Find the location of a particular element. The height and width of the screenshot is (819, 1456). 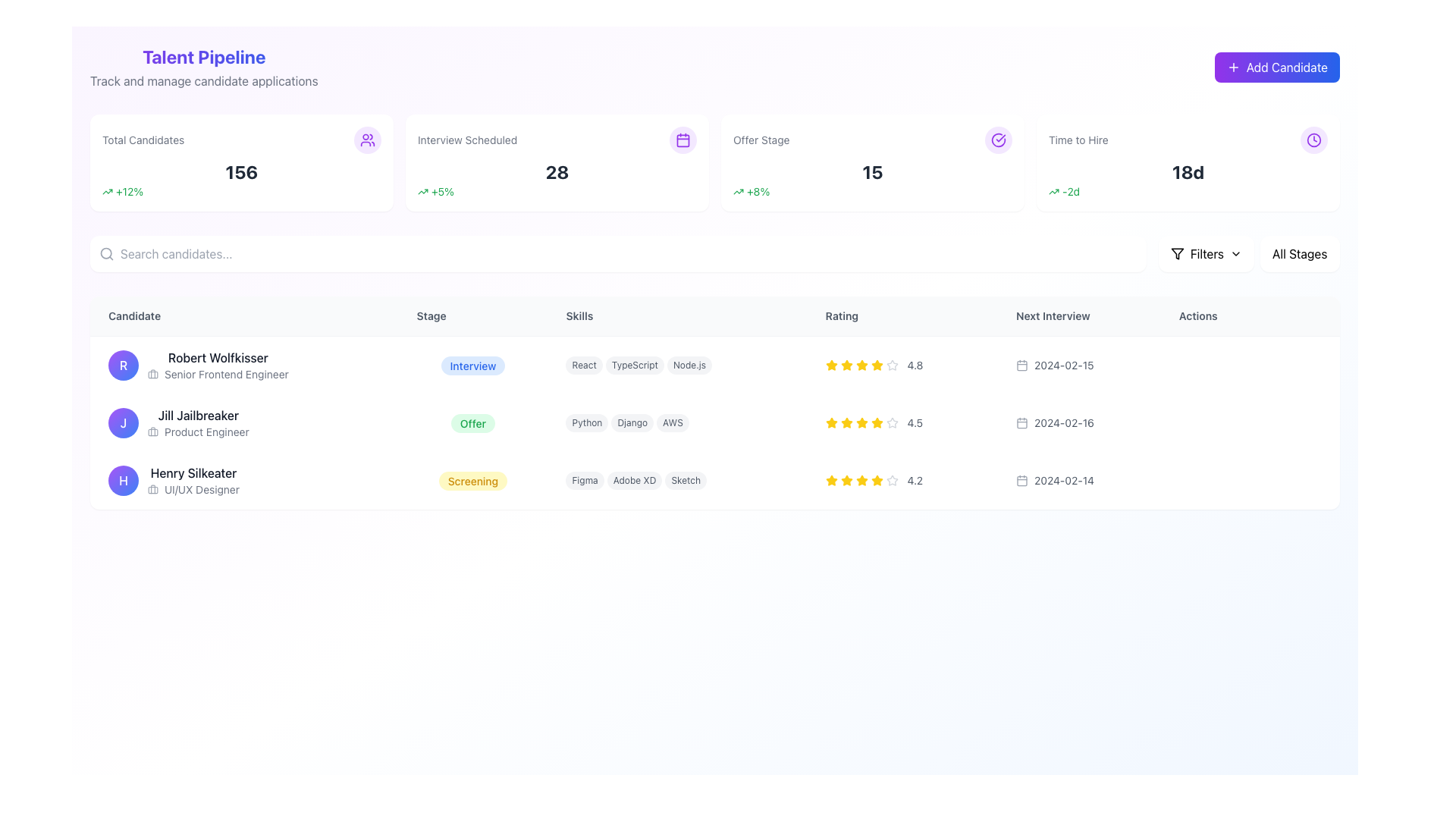

the list item with the name 'Jill Jailbreaker' is located at coordinates (244, 423).